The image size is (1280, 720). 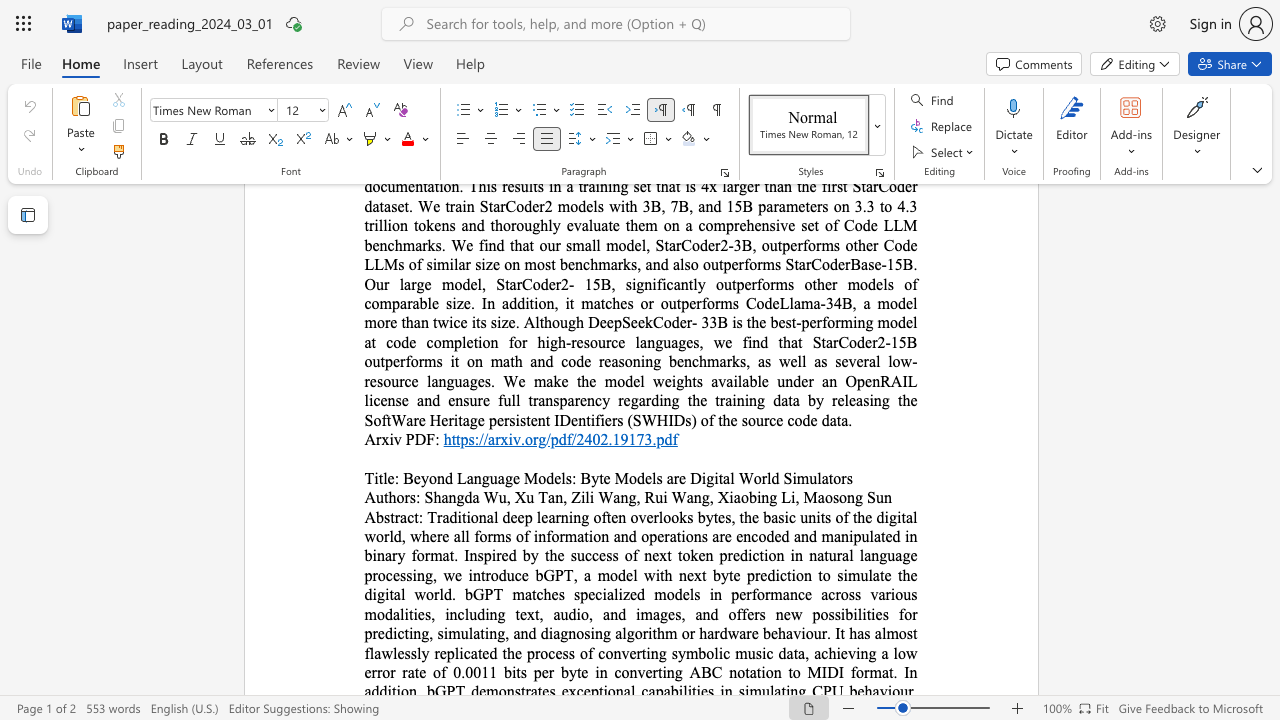 I want to click on the subset text "latin" within the text "Traditional deep learning often overlooks bytes, the basic units of the digital world, where all forms of information and operations are encoded and manipulated in binary format. Inspired by the success of next token prediction in natural language processing, we introduce bGPT, a model with next byte prediction to simulate the digital world. bGPT matches specialized models in performance across various modalities, including text, audio, and images, and offers new possibilities for predicting, simulating, and diagnosing algorithm or hardware behaviour. It has almost flawlessly", so click(x=467, y=633).